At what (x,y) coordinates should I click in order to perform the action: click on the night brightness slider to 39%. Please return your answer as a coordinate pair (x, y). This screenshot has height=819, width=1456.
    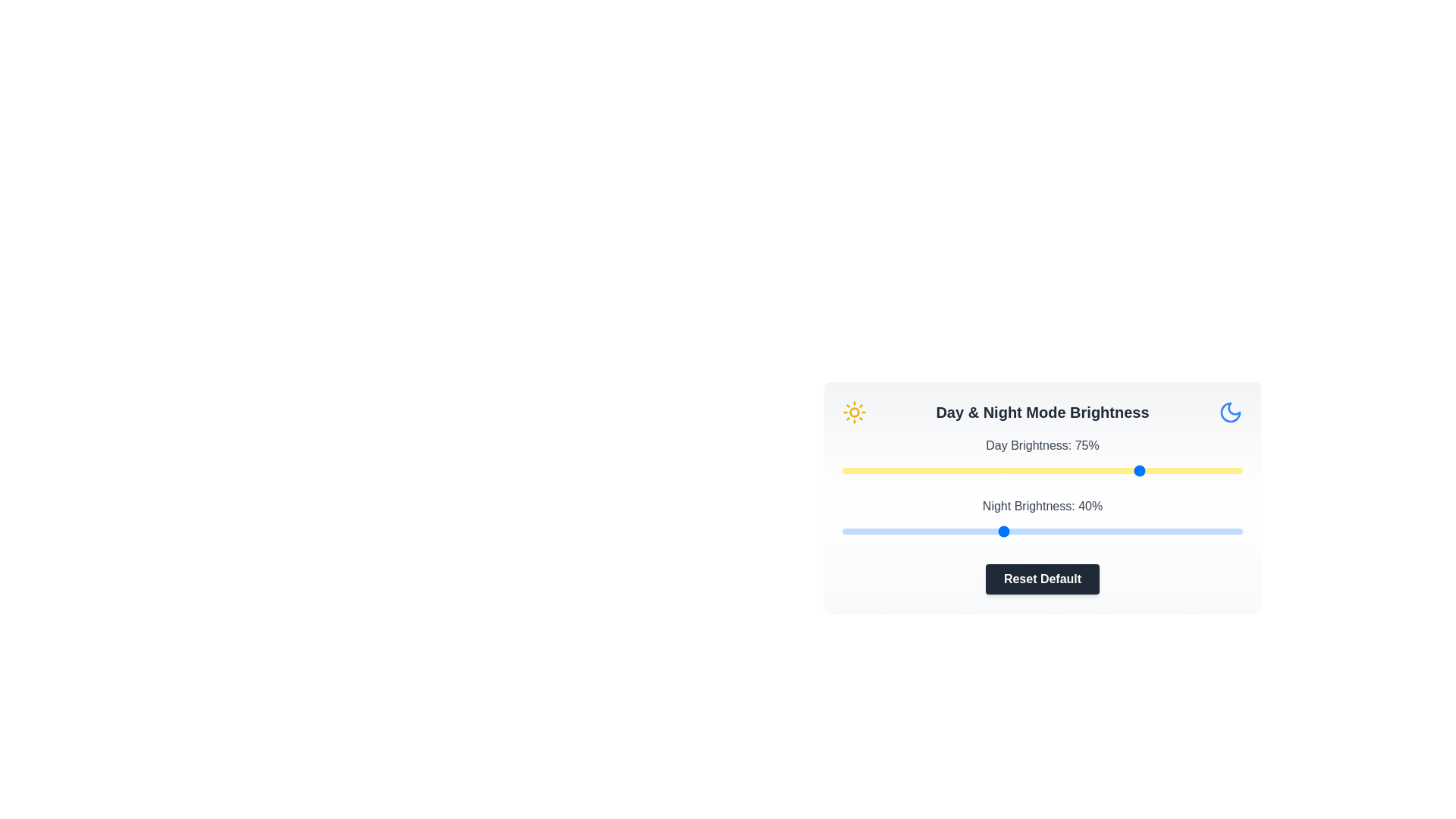
    Looking at the image, I should click on (998, 531).